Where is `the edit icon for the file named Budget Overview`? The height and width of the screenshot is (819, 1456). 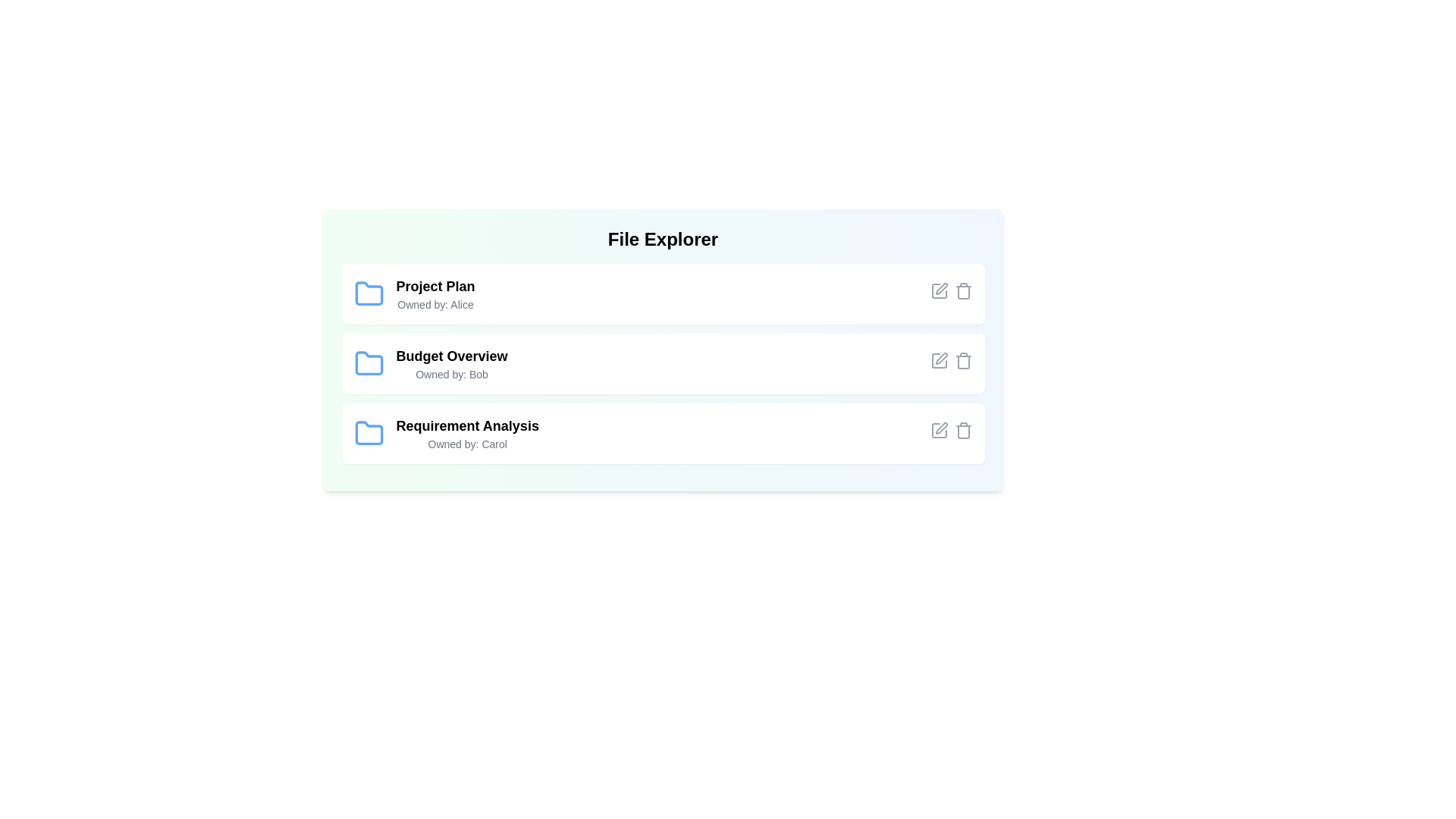 the edit icon for the file named Budget Overview is located at coordinates (938, 360).